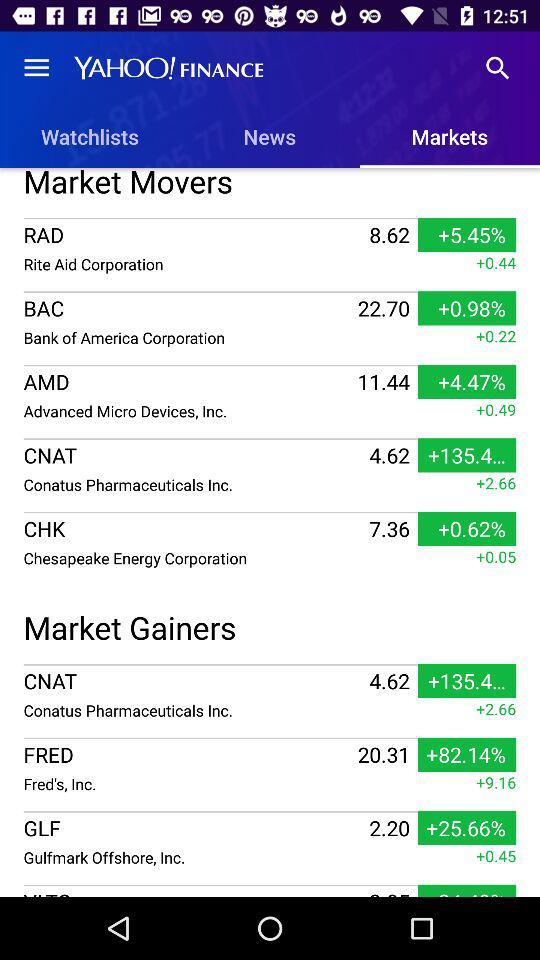 This screenshot has width=540, height=960. I want to click on item above the +0.05 icon, so click(270, 511).